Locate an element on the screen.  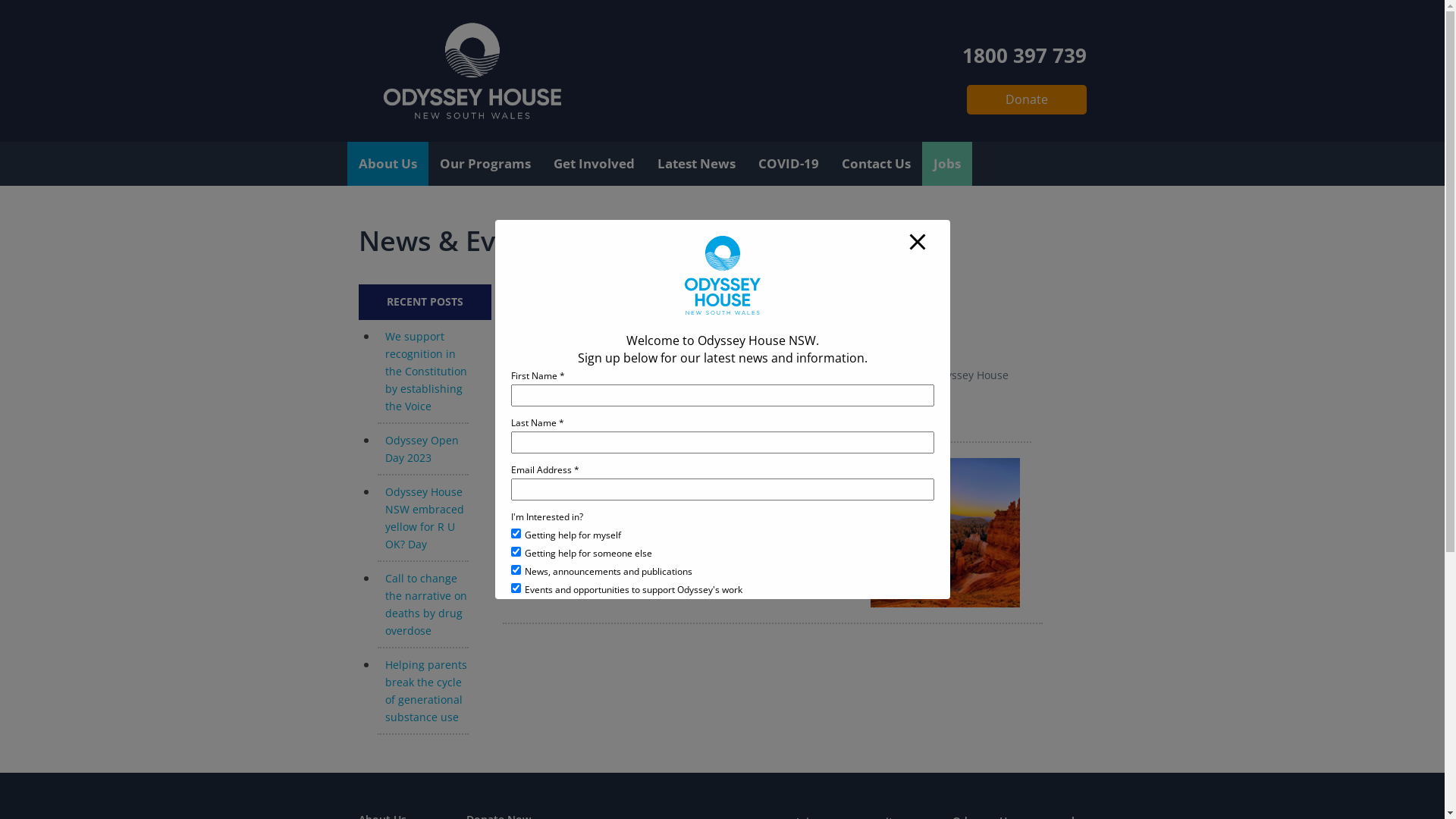
'Our Programs' is located at coordinates (483, 164).